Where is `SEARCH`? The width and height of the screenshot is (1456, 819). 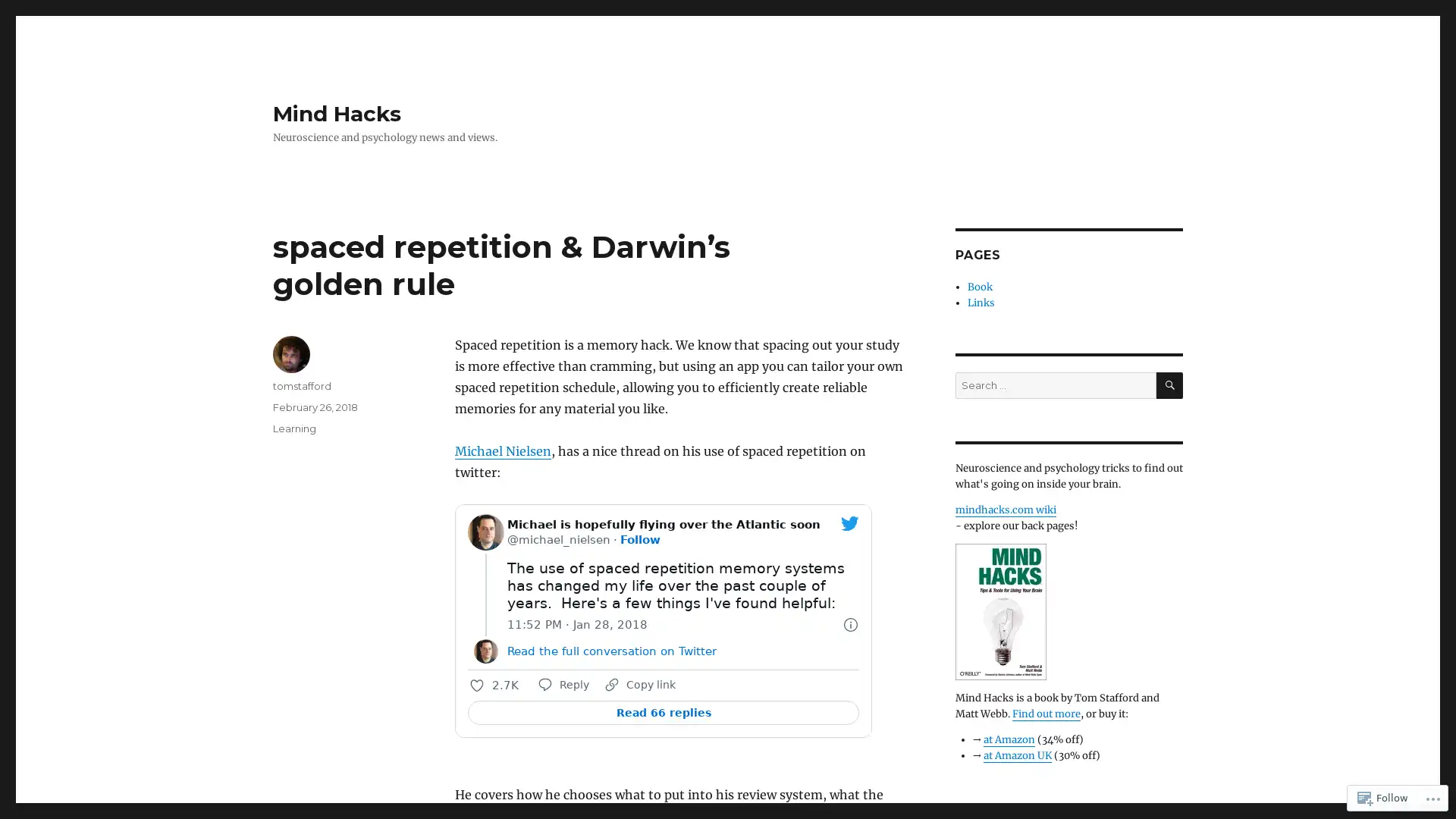
SEARCH is located at coordinates (1169, 384).